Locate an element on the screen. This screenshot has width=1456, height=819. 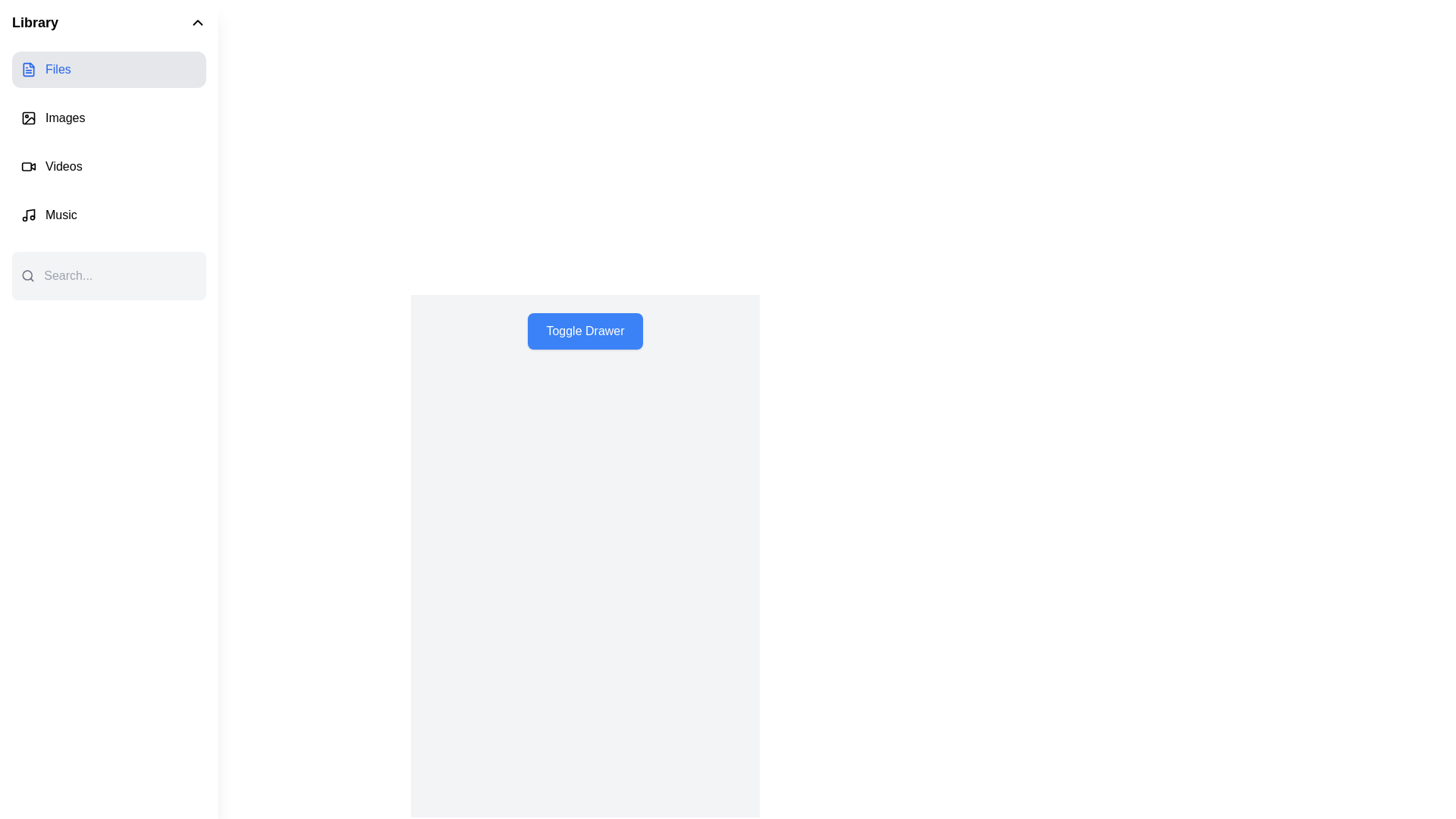
the 'Music' menu icon, which is located just above the search bar in the sidebar menu is located at coordinates (29, 215).